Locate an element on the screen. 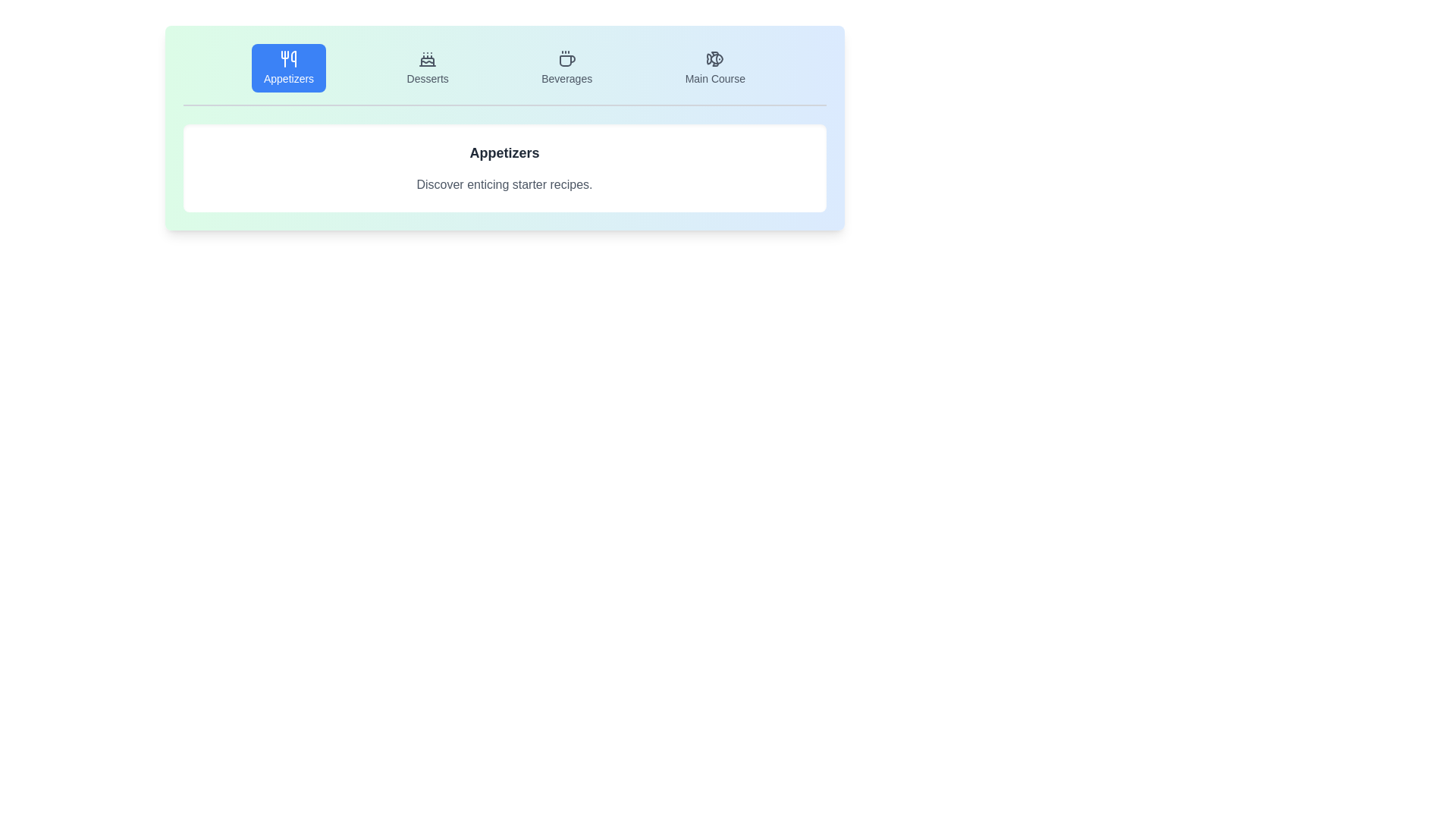  the Beverages tab by clicking on its button is located at coordinates (566, 67).